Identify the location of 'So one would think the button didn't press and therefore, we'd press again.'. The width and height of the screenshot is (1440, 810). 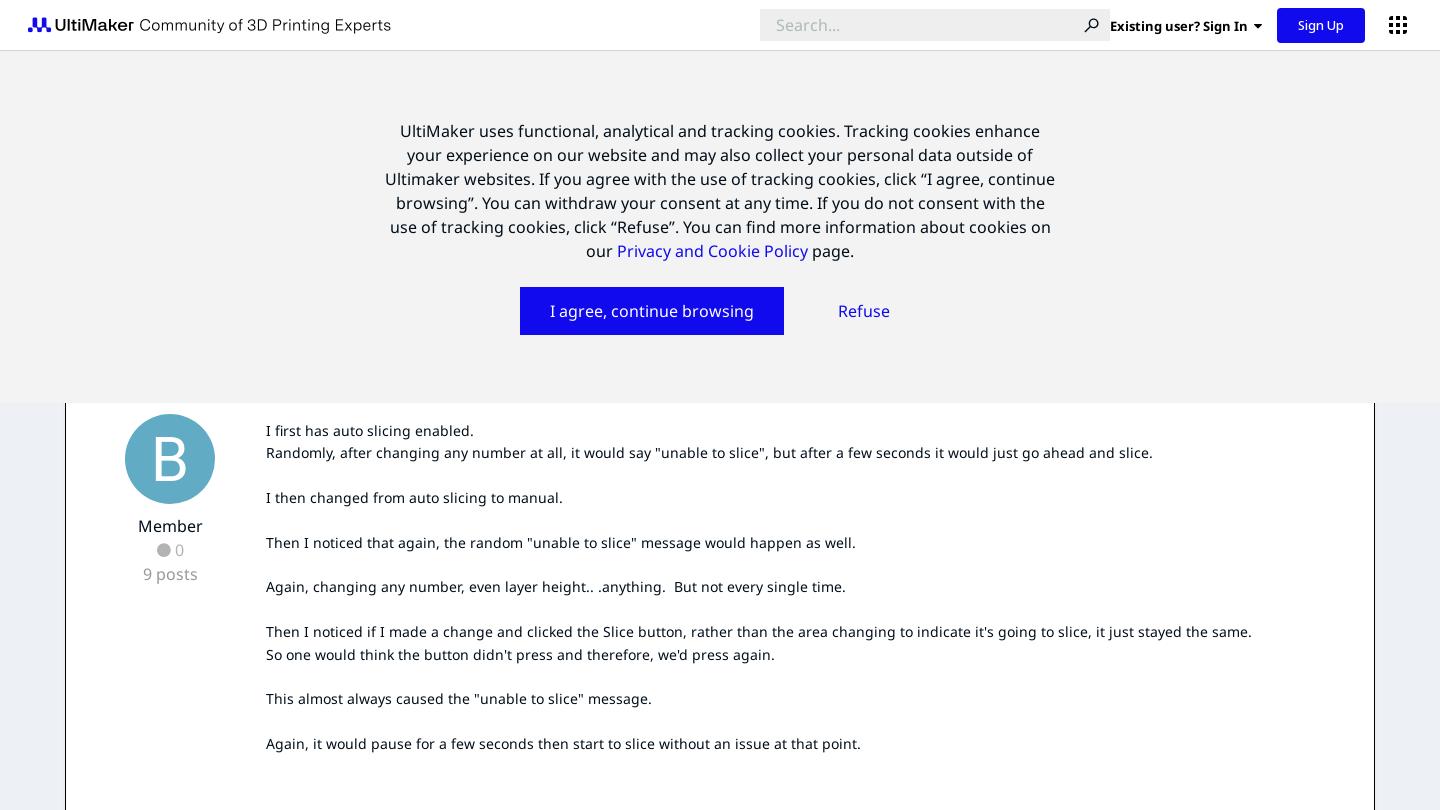
(519, 652).